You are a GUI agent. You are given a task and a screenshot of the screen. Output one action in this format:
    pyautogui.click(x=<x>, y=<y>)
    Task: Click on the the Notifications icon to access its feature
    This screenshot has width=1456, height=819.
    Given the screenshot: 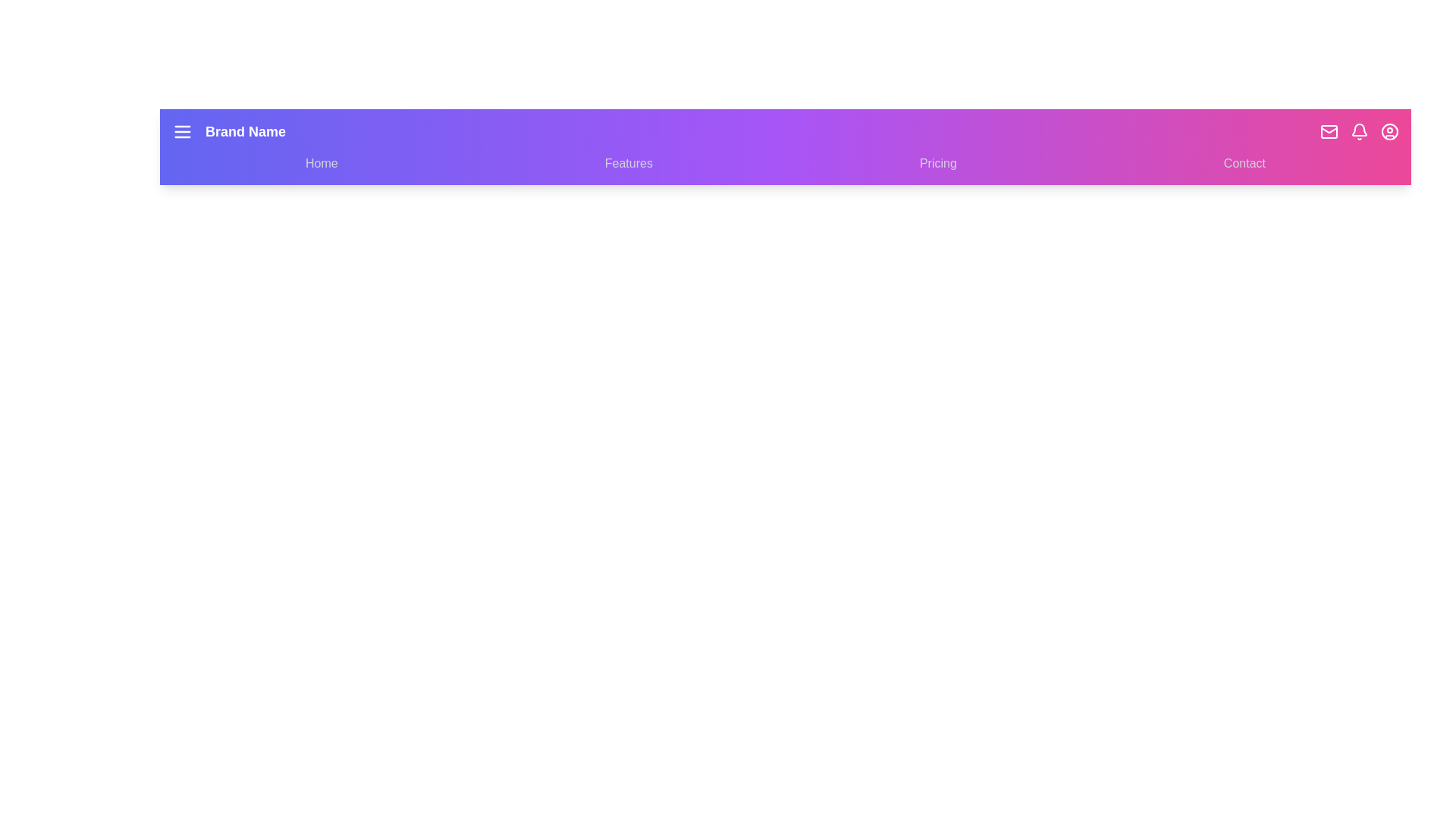 What is the action you would take?
    pyautogui.click(x=1360, y=130)
    